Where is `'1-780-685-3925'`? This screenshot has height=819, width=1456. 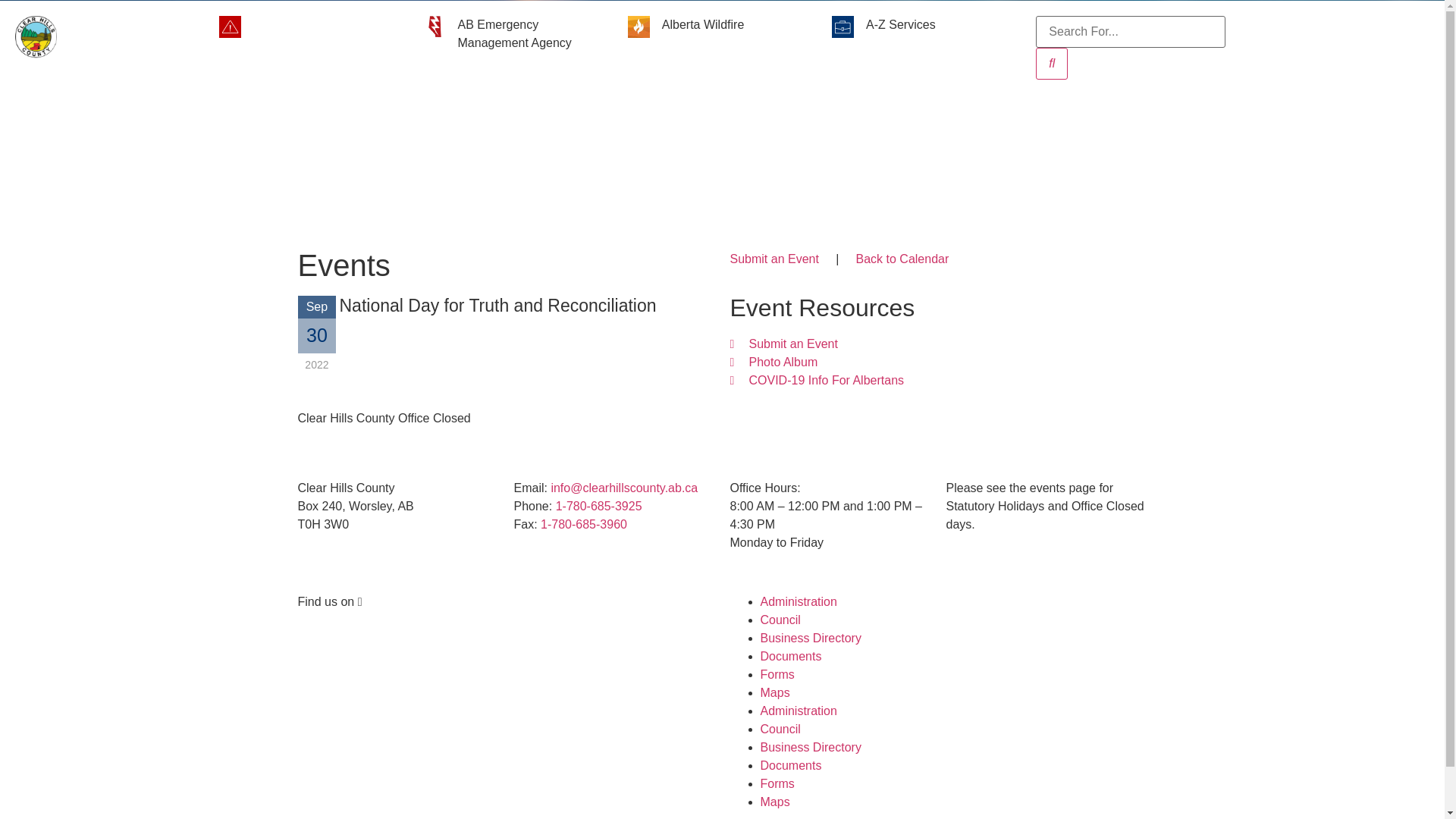 '1-780-685-3925' is located at coordinates (598, 506).